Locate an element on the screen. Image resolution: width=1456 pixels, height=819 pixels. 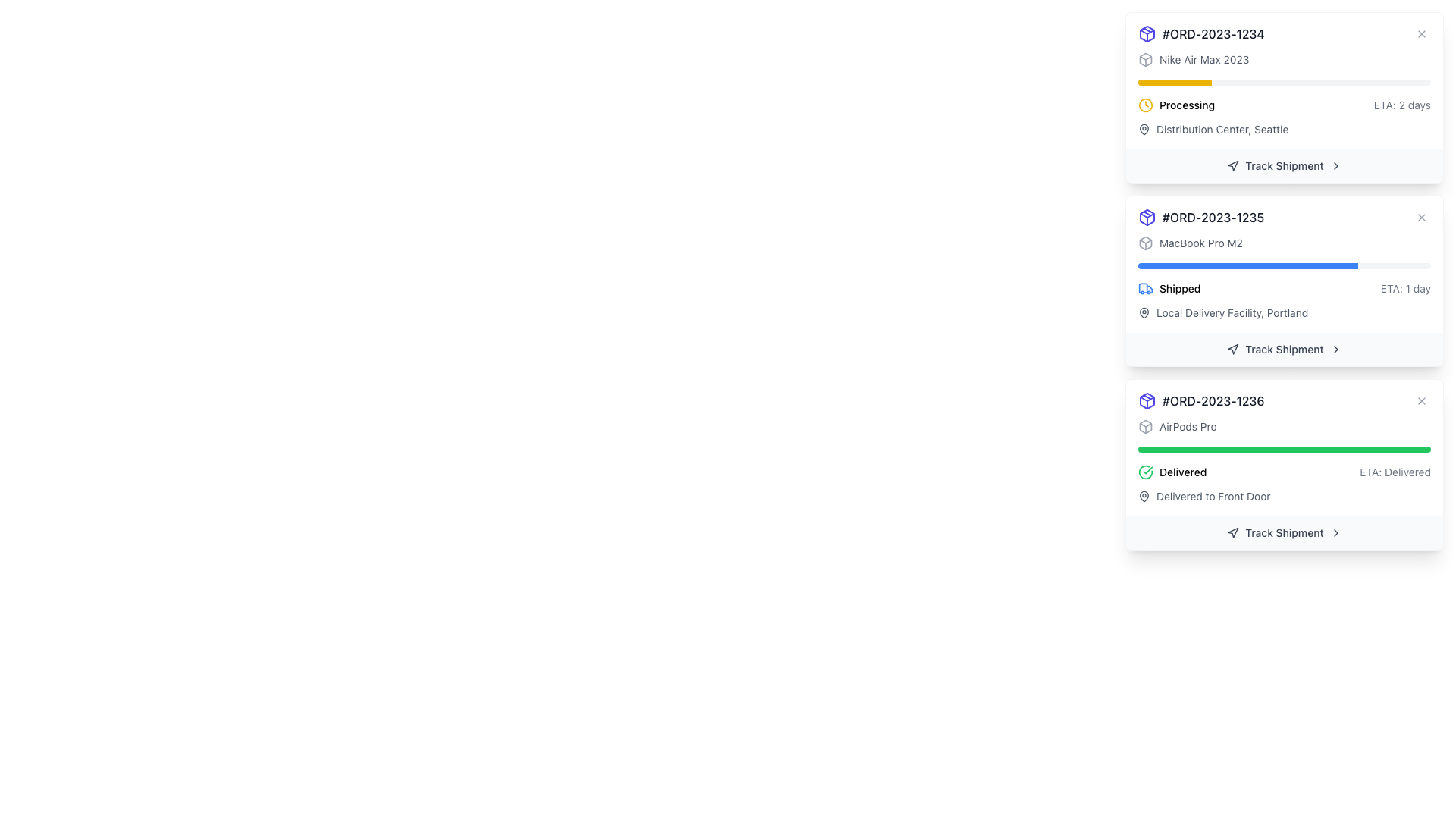
the box icon in the top-left corner of the order card for #ORD-2023-1234, which serves as a visual identifier for the order type or status is located at coordinates (1146, 58).